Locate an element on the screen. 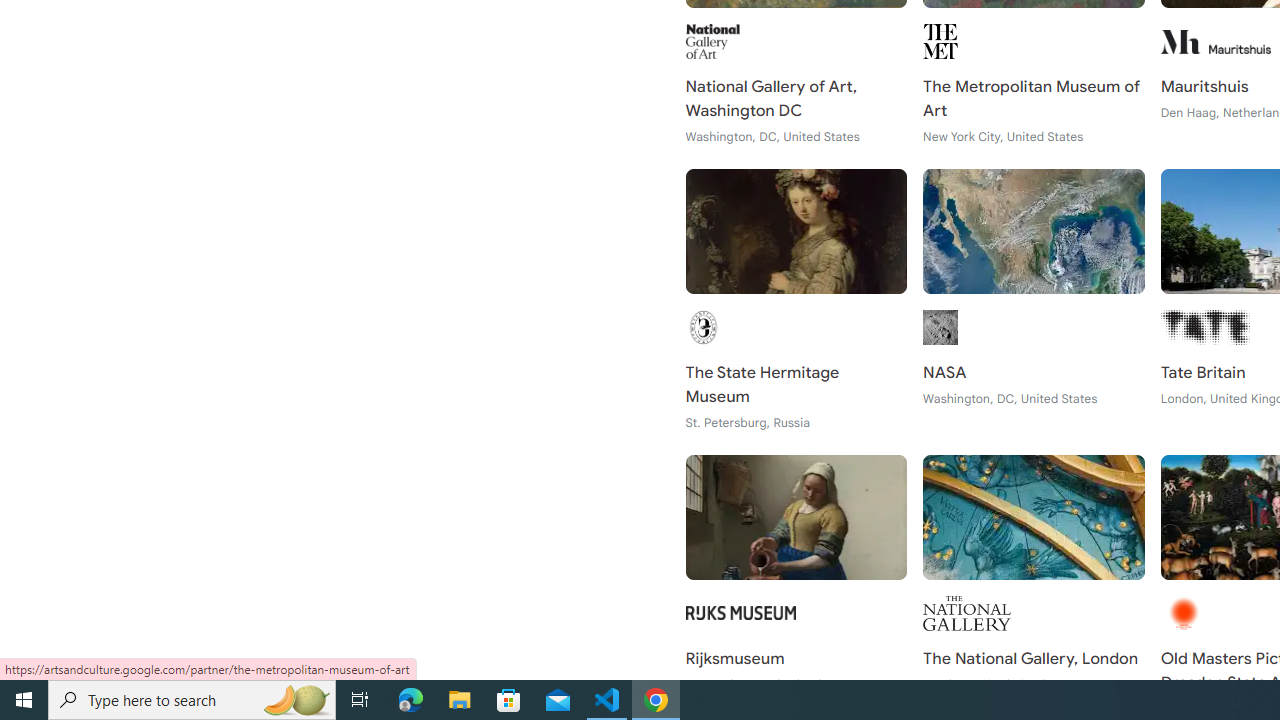 The image size is (1280, 720). 'The National Gallery, London London, United Kingdom' is located at coordinates (1034, 585).